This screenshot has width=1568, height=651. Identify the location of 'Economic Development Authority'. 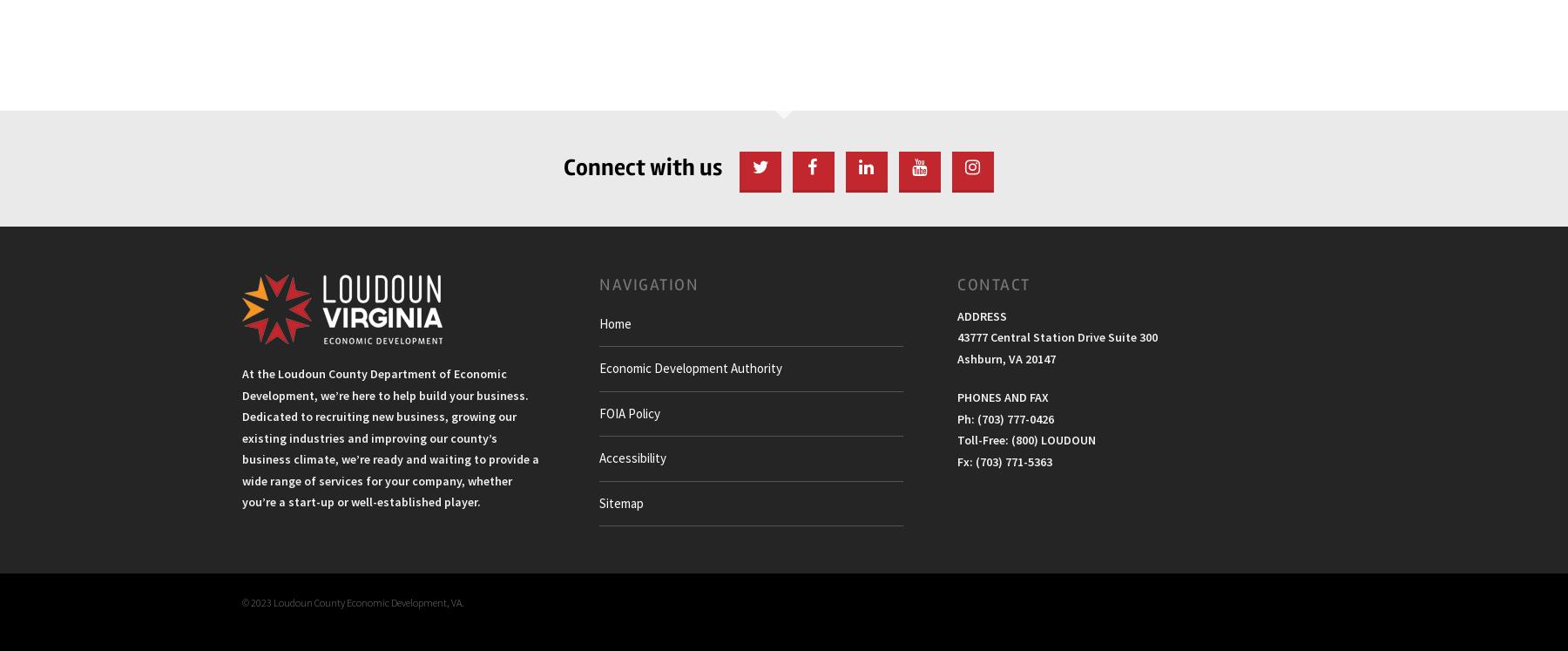
(691, 366).